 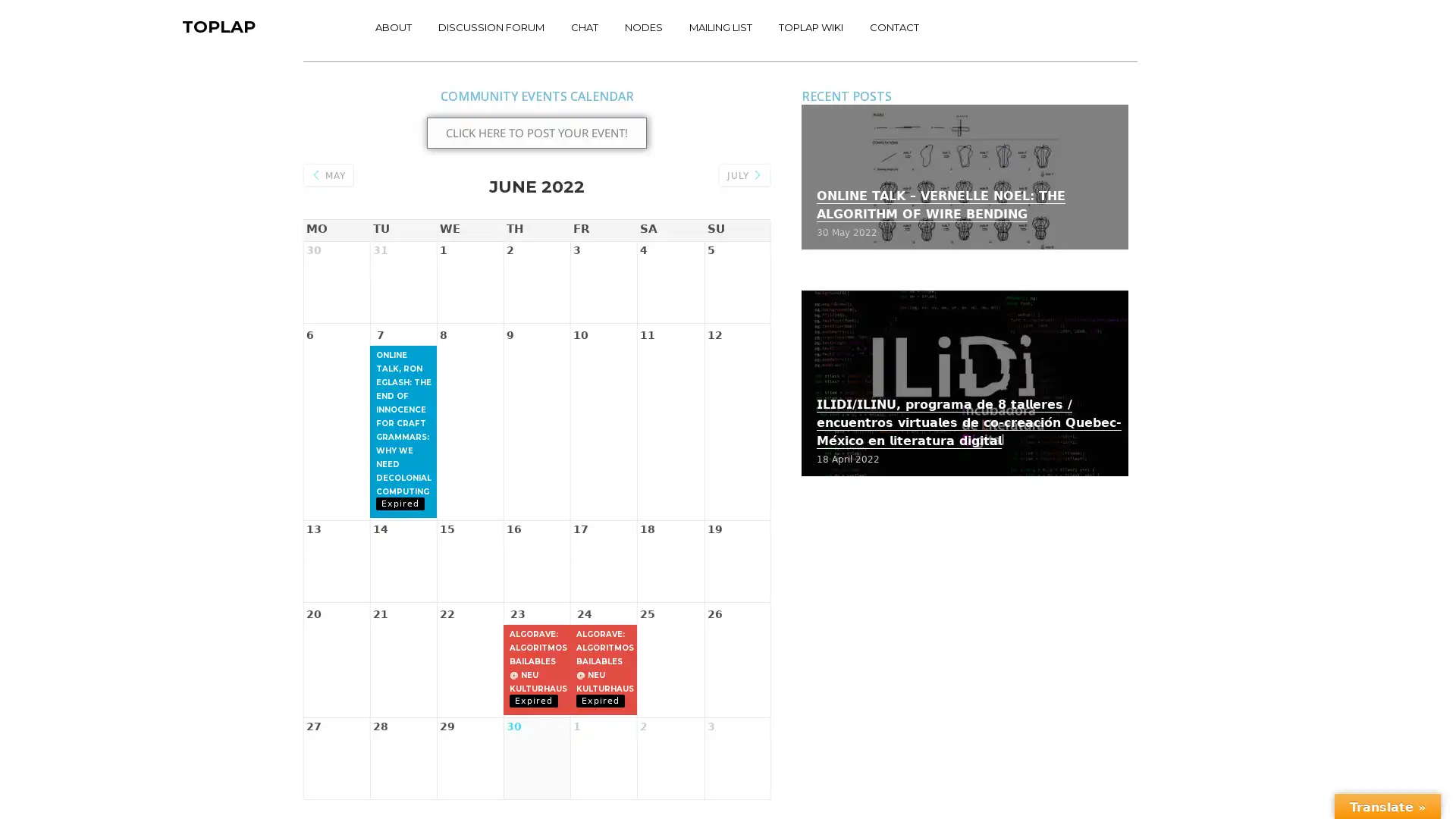 I want to click on CLICK HERE TO POST YOUR EVENT!, so click(x=537, y=132).